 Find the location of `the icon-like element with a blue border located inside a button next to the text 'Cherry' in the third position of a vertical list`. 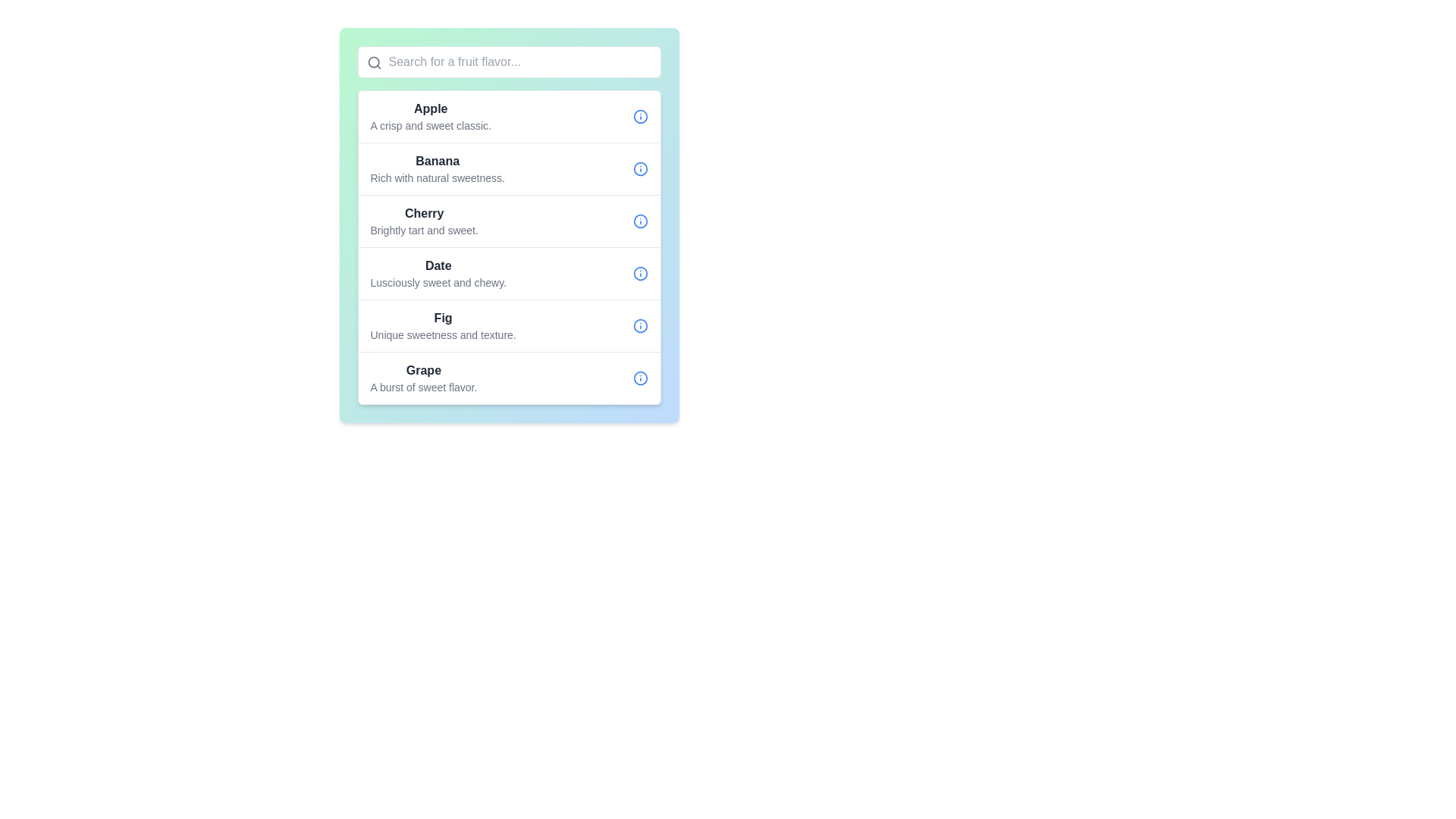

the icon-like element with a blue border located inside a button next to the text 'Cherry' in the third position of a vertical list is located at coordinates (640, 221).